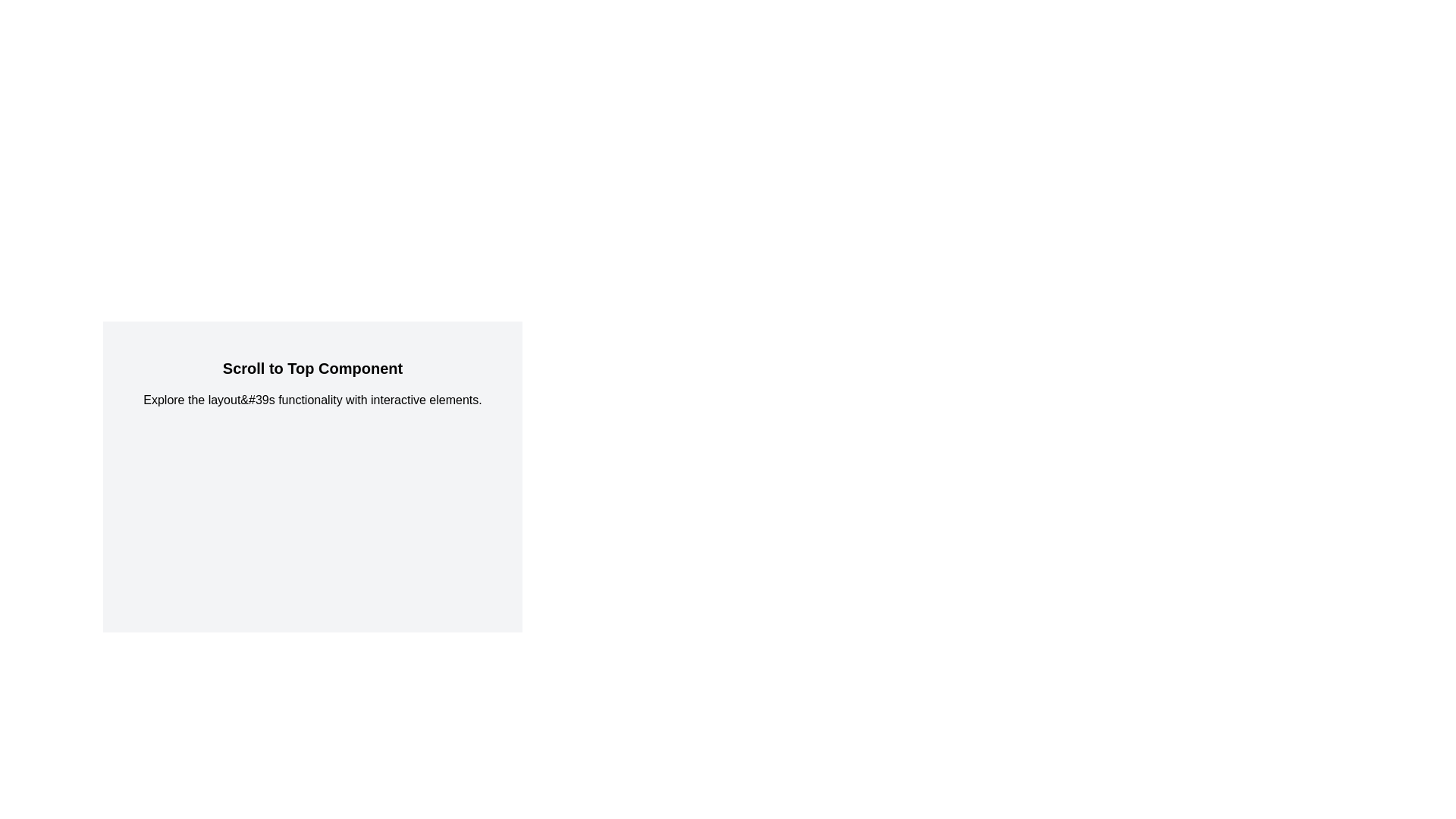 This screenshot has height=819, width=1456. What do you see at coordinates (1404, 780) in the screenshot?
I see `the SVG Circle element that represents a 'help' or 'information' concept located at the bottom-right corner of the interface` at bounding box center [1404, 780].